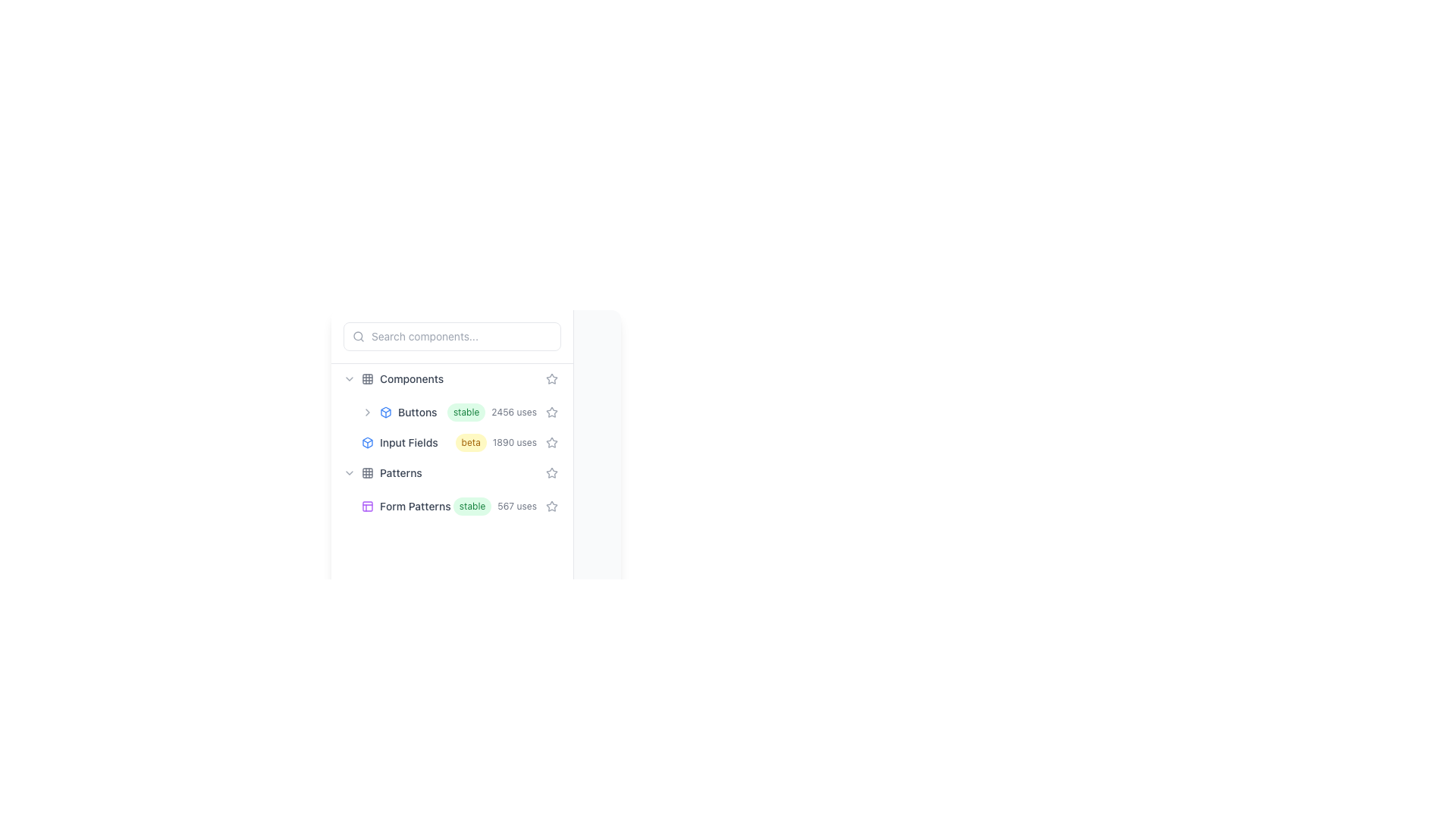 The image size is (1456, 819). Describe the element at coordinates (367, 506) in the screenshot. I see `the icon representing the 'Form Patterns' section to interact with or expand it` at that location.